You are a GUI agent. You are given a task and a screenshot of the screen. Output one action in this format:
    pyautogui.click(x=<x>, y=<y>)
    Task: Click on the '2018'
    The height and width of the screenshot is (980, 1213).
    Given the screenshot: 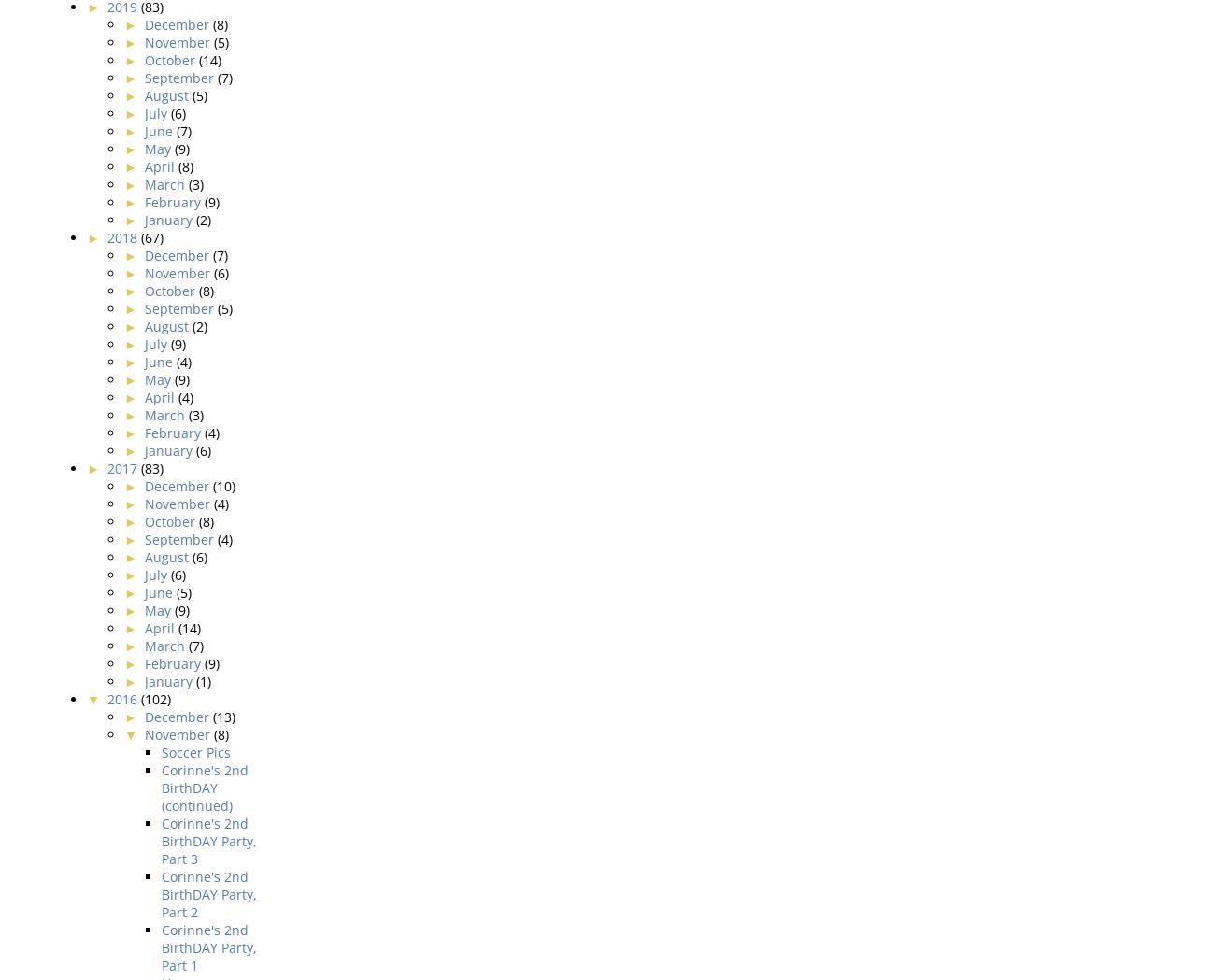 What is the action you would take?
    pyautogui.click(x=122, y=235)
    